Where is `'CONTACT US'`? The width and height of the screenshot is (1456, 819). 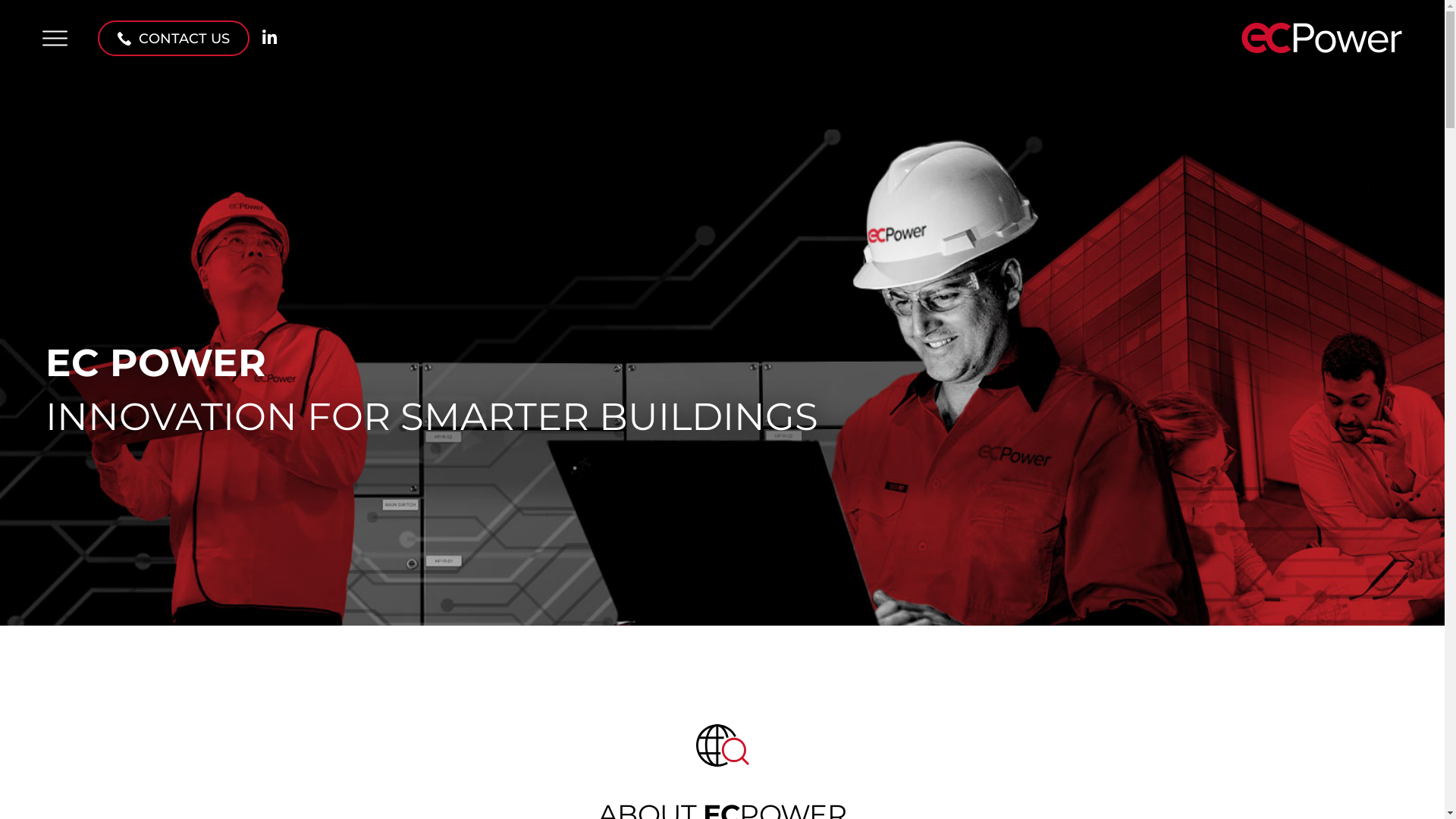
'CONTACT US' is located at coordinates (174, 36).